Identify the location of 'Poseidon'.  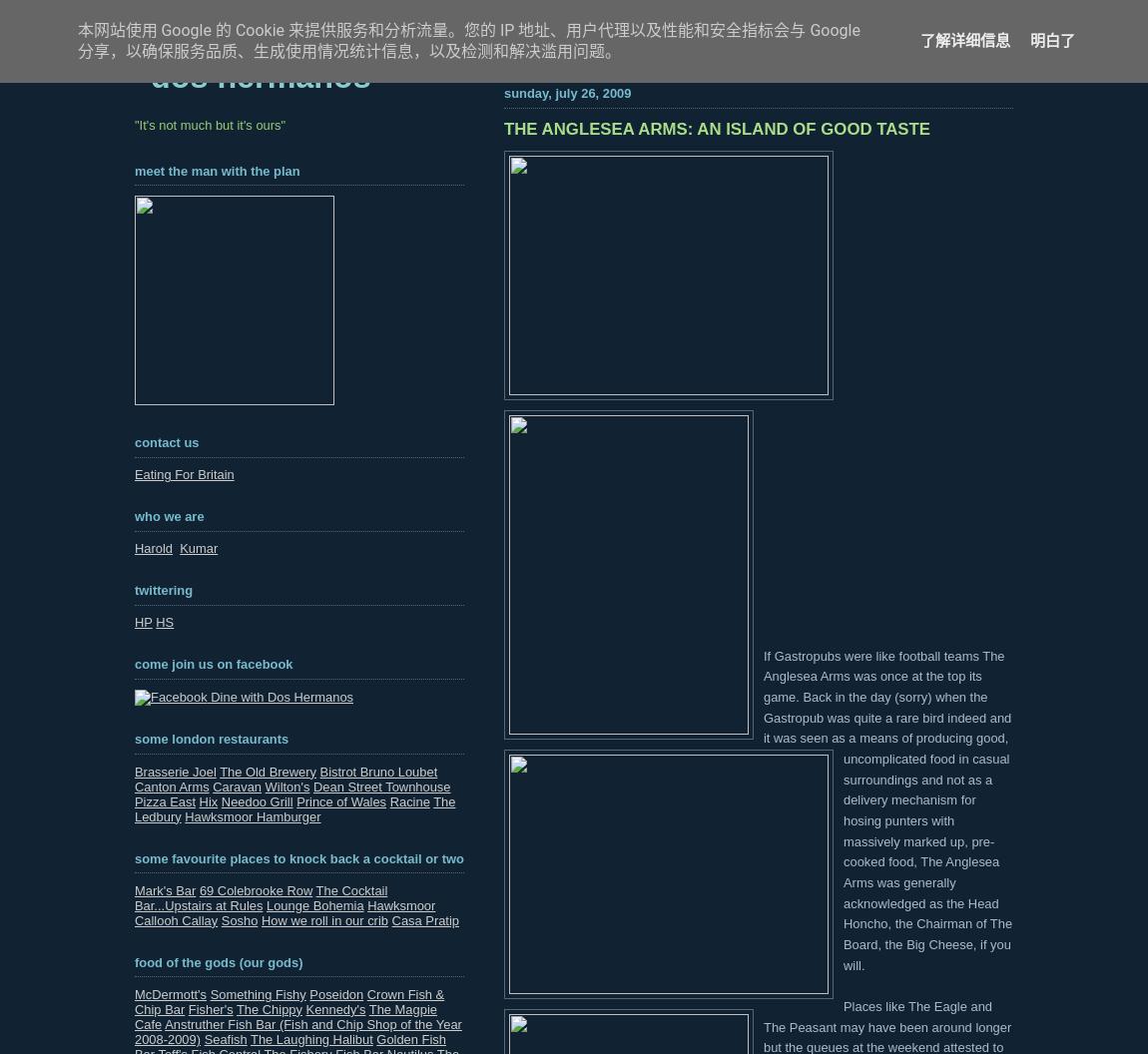
(335, 992).